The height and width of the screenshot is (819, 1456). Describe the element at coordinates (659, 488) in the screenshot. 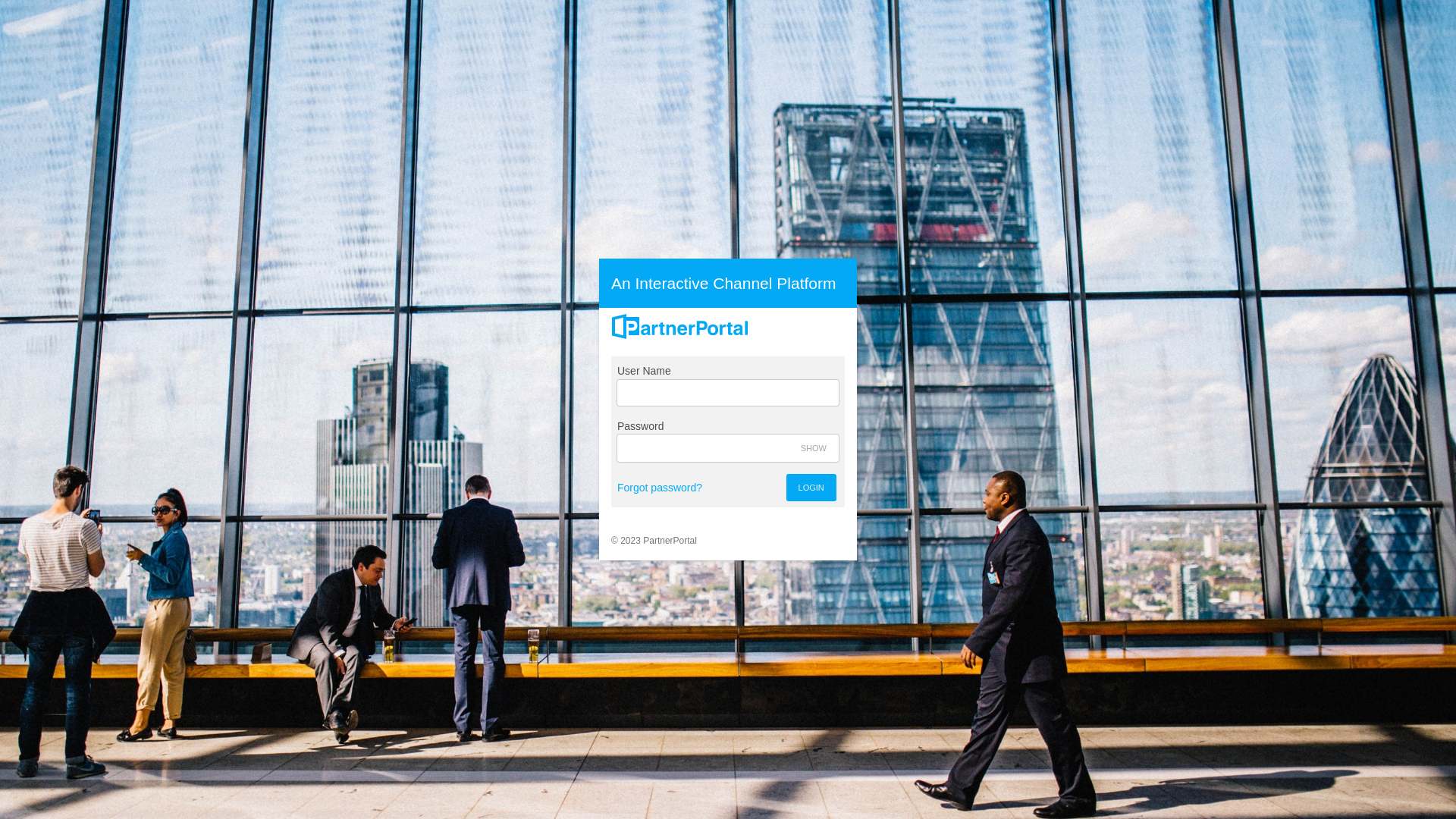

I see `'Forgot password?'` at that location.